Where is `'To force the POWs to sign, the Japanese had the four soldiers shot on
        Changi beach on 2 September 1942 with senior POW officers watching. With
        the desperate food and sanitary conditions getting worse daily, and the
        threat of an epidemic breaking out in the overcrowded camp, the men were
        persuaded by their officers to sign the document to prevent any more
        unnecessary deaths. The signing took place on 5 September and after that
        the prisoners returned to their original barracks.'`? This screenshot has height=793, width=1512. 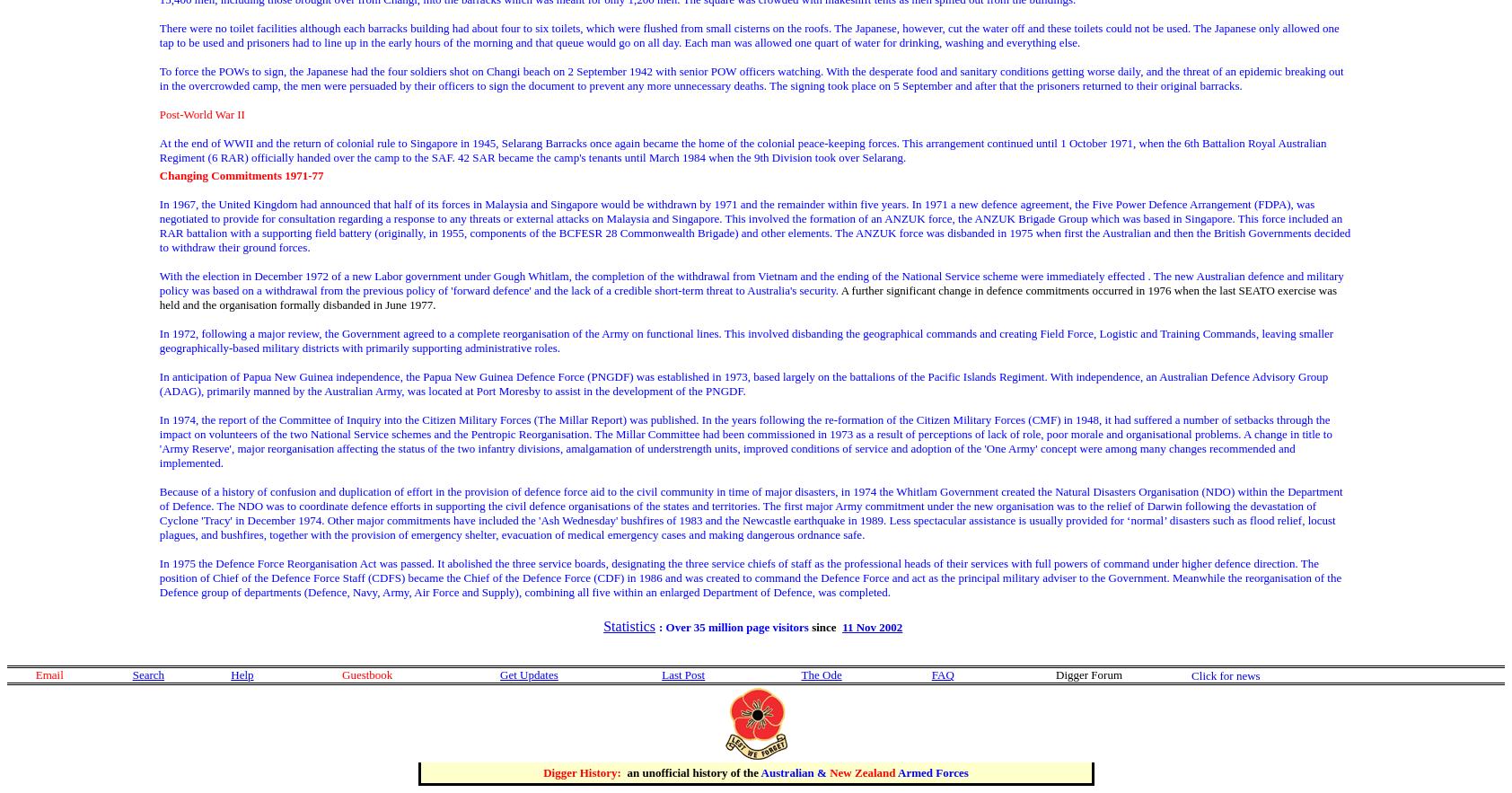
'To force the POWs to sign, the Japanese had the four soldiers shot on
        Changi beach on 2 September 1942 with senior POW officers watching. With
        the desperate food and sanitary conditions getting worse daily, and the
        threat of an epidemic breaking out in the overcrowded camp, the men were
        persuaded by their officers to sign the document to prevent any more
        unnecessary deaths. The signing took place on 5 September and after that
        the prisoners returned to their original barracks.' is located at coordinates (157, 78).